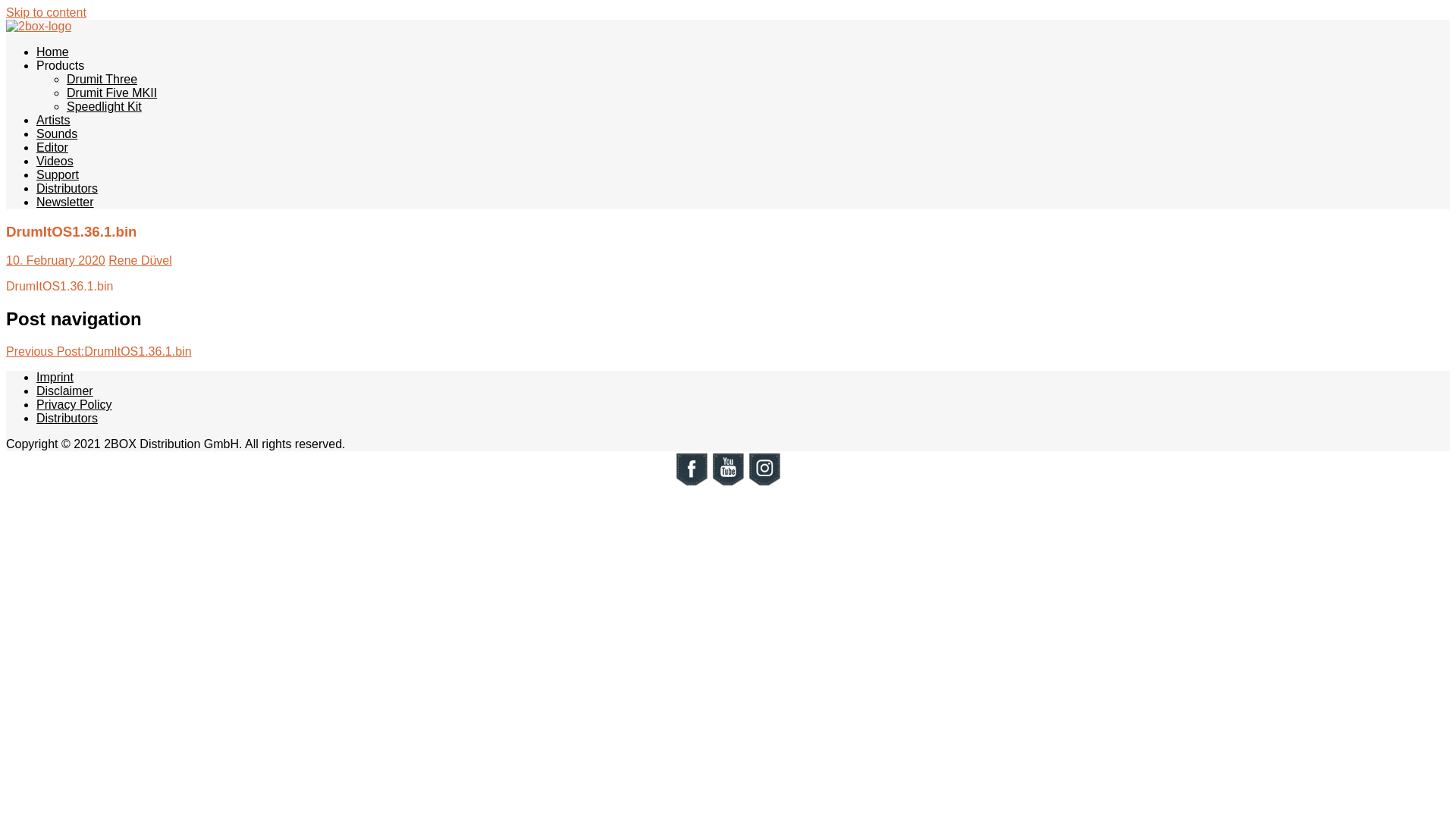  Describe the element at coordinates (64, 390) in the screenshot. I see `'Disclaimer'` at that location.